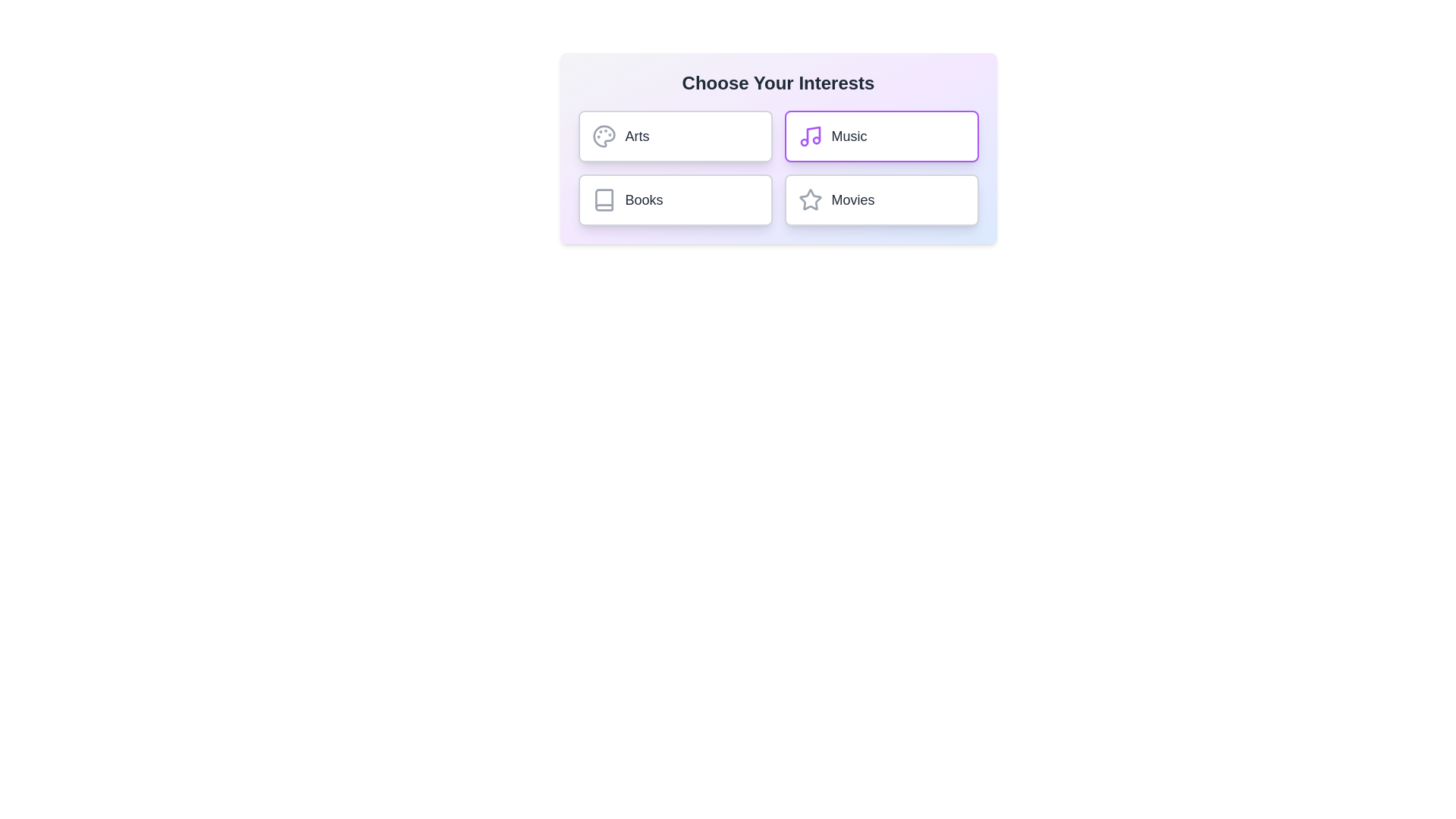 The width and height of the screenshot is (1456, 819). What do you see at coordinates (778, 83) in the screenshot?
I see `the title text for selection or copying` at bounding box center [778, 83].